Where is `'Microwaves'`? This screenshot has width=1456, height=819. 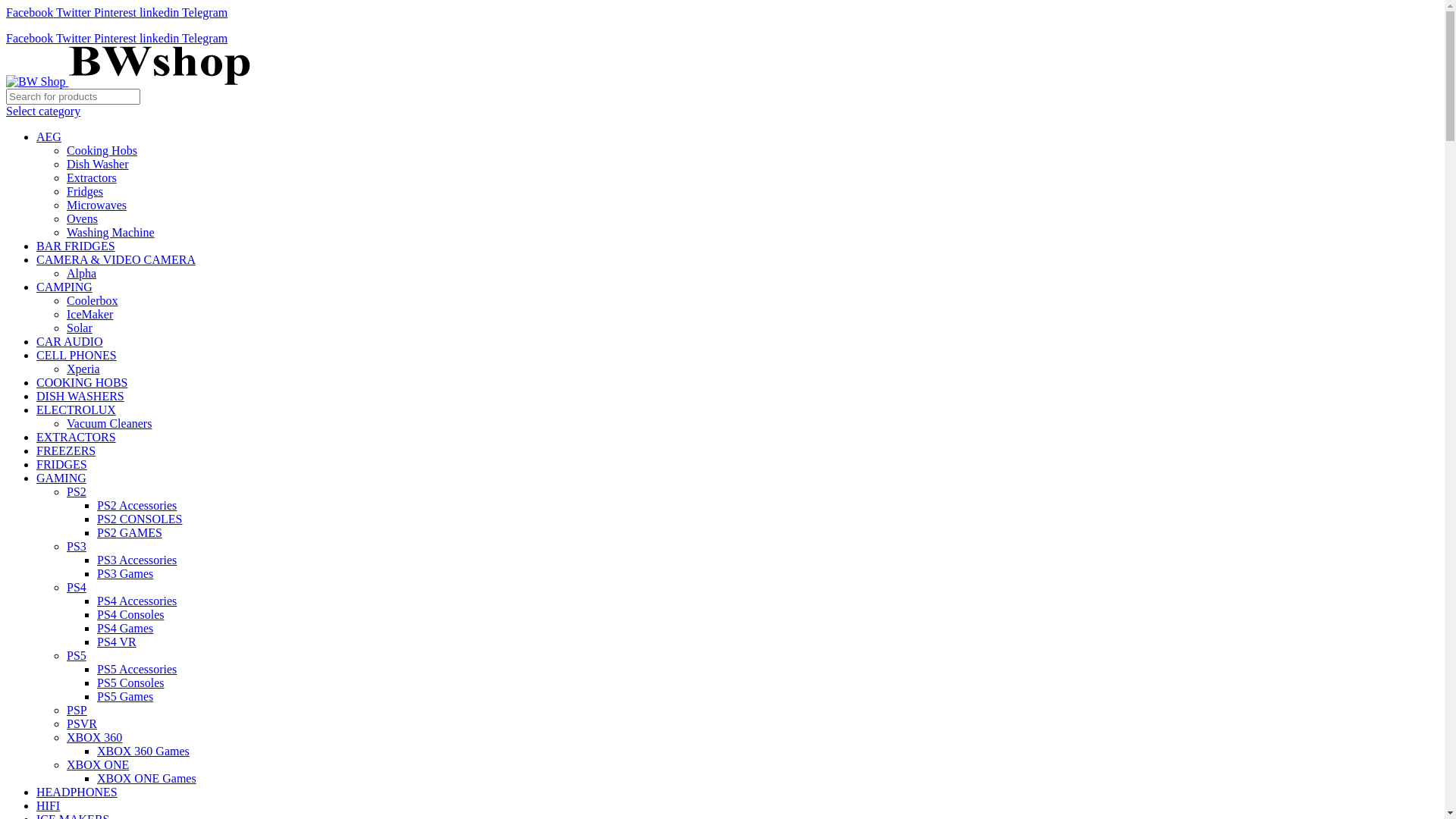 'Microwaves' is located at coordinates (96, 205).